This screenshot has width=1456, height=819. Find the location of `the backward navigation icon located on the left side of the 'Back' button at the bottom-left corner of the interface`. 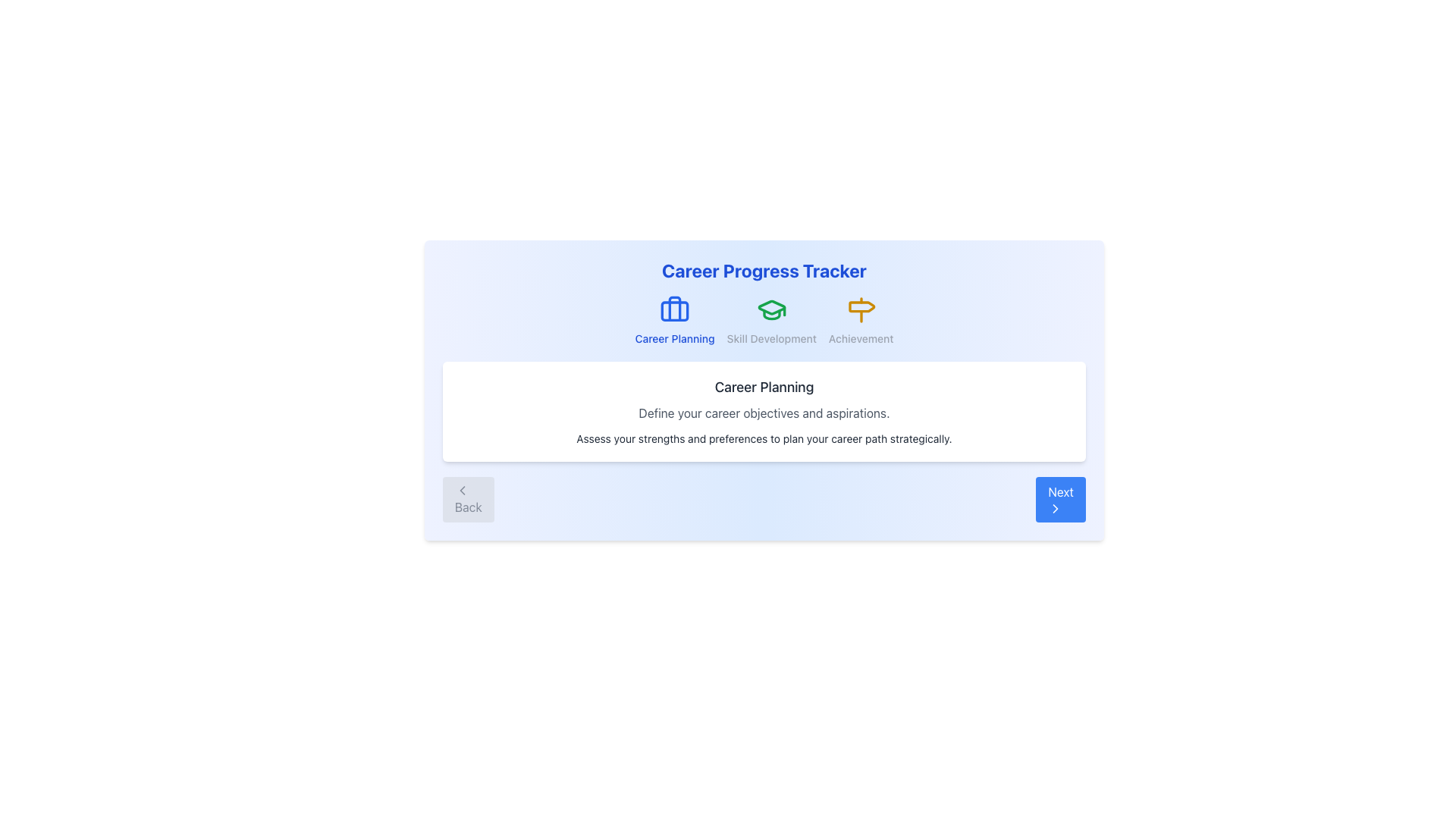

the backward navigation icon located on the left side of the 'Back' button at the bottom-left corner of the interface is located at coordinates (461, 491).